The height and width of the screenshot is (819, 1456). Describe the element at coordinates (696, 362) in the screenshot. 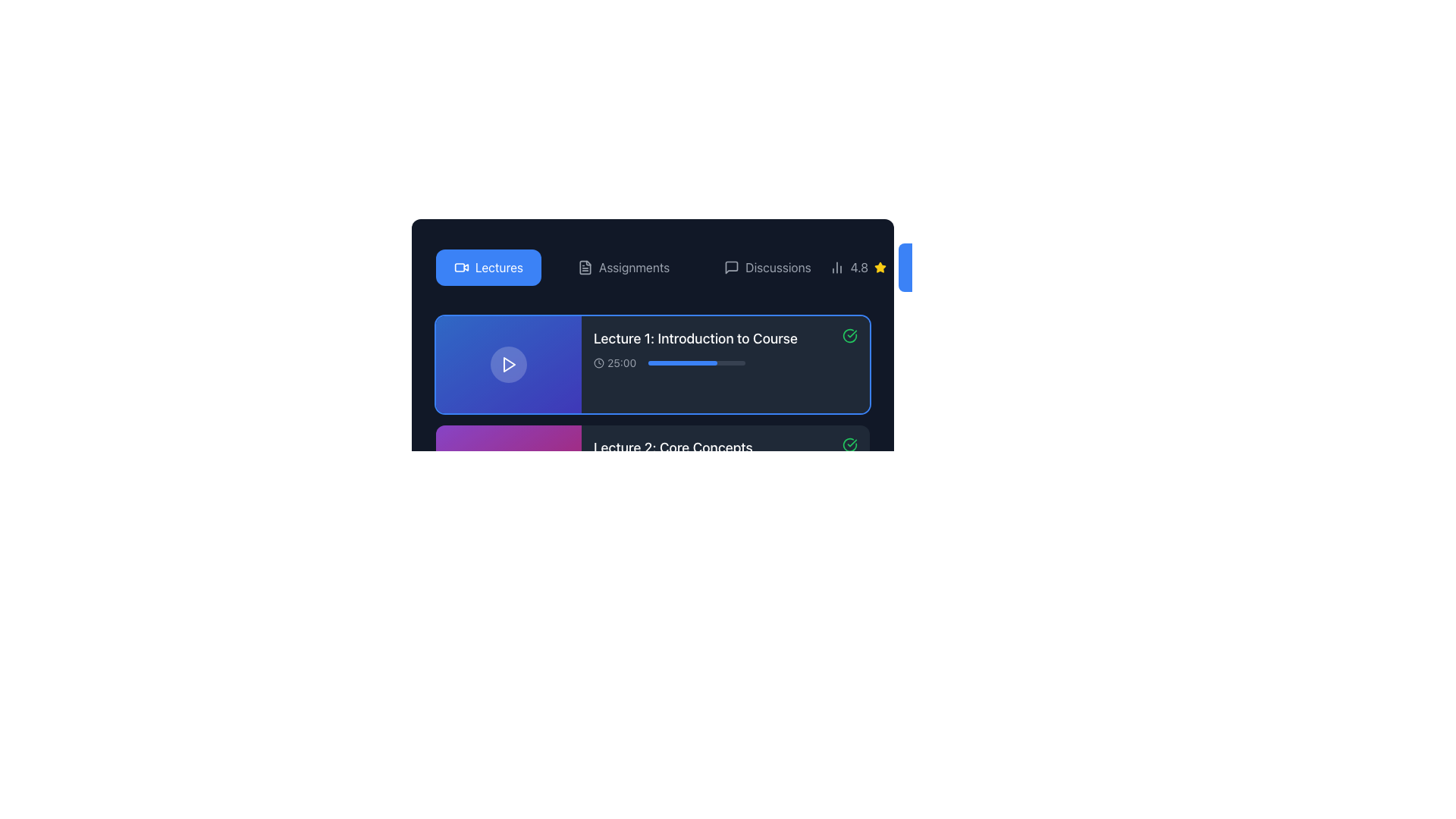

I see `the horizontal progress bar with a rounded design that is filled to approximately 71% and located to the right of the text '25:00'` at that location.